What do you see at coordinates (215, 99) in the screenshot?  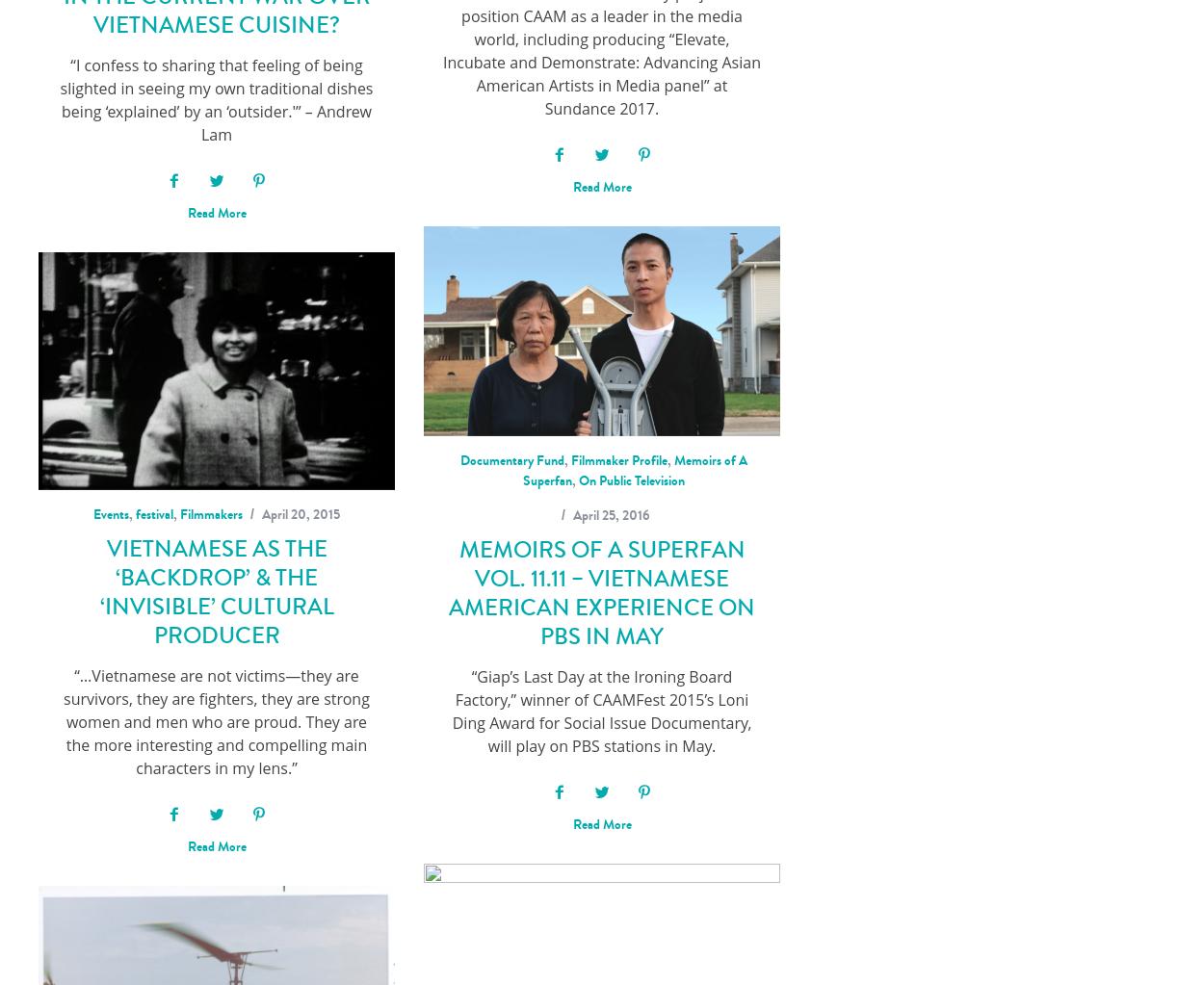 I see `'“I confess to sharing that feeling of being slighted in seeing my own traditional dishes being ‘explained’ by an ‘outsider.'” – Andrew Lam'` at bounding box center [215, 99].